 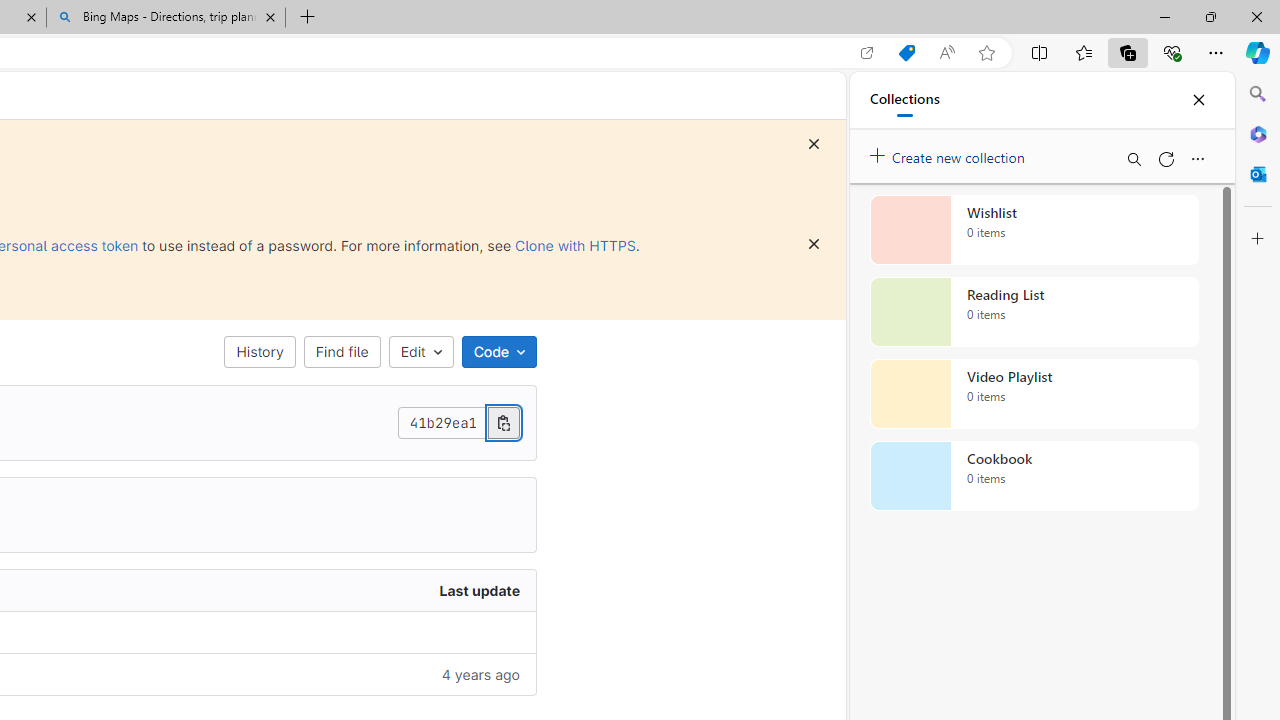 I want to click on 'Shopping in Microsoft Edge', so click(x=905, y=52).